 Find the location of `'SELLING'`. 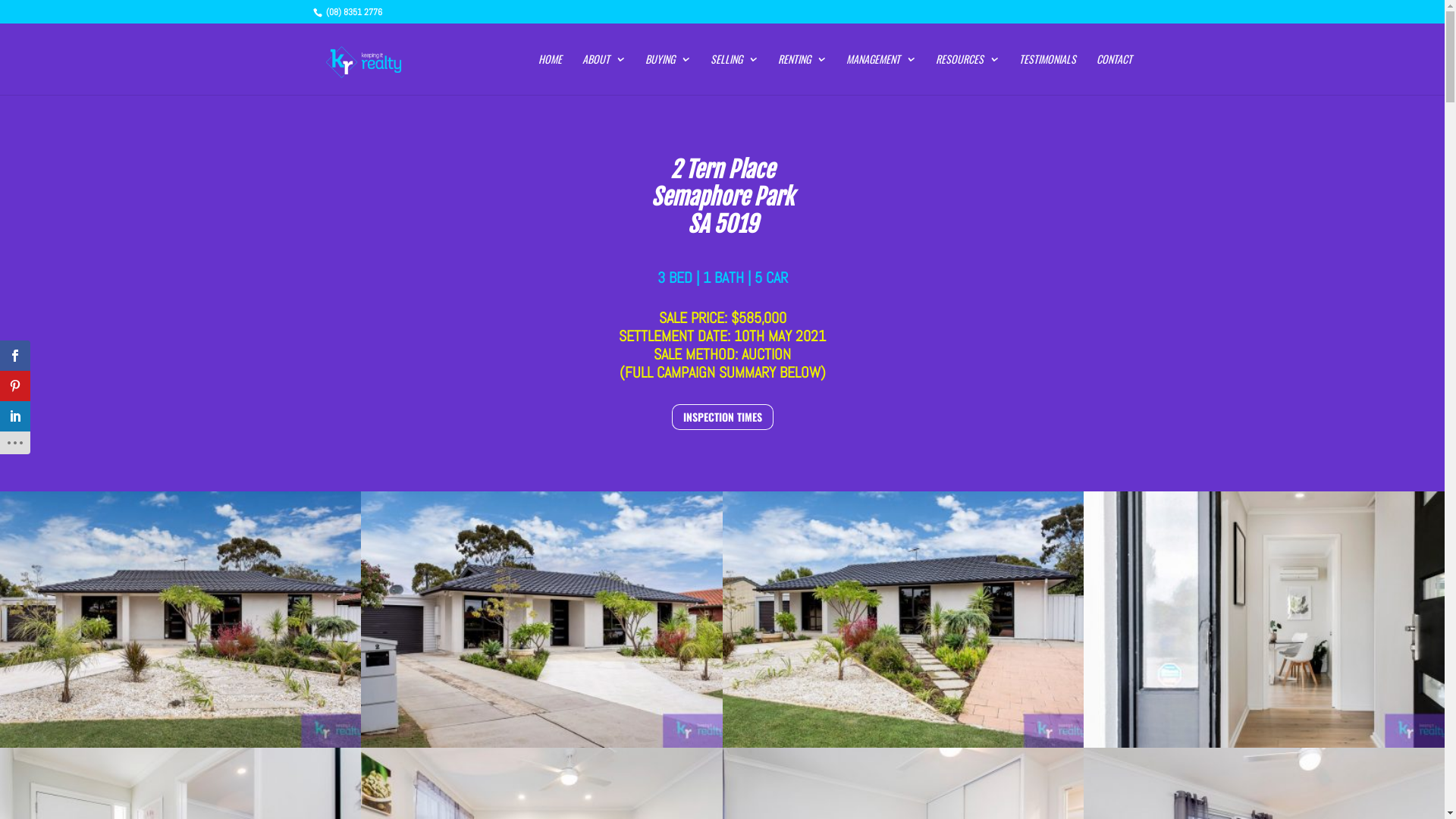

'SELLING' is located at coordinates (733, 74).